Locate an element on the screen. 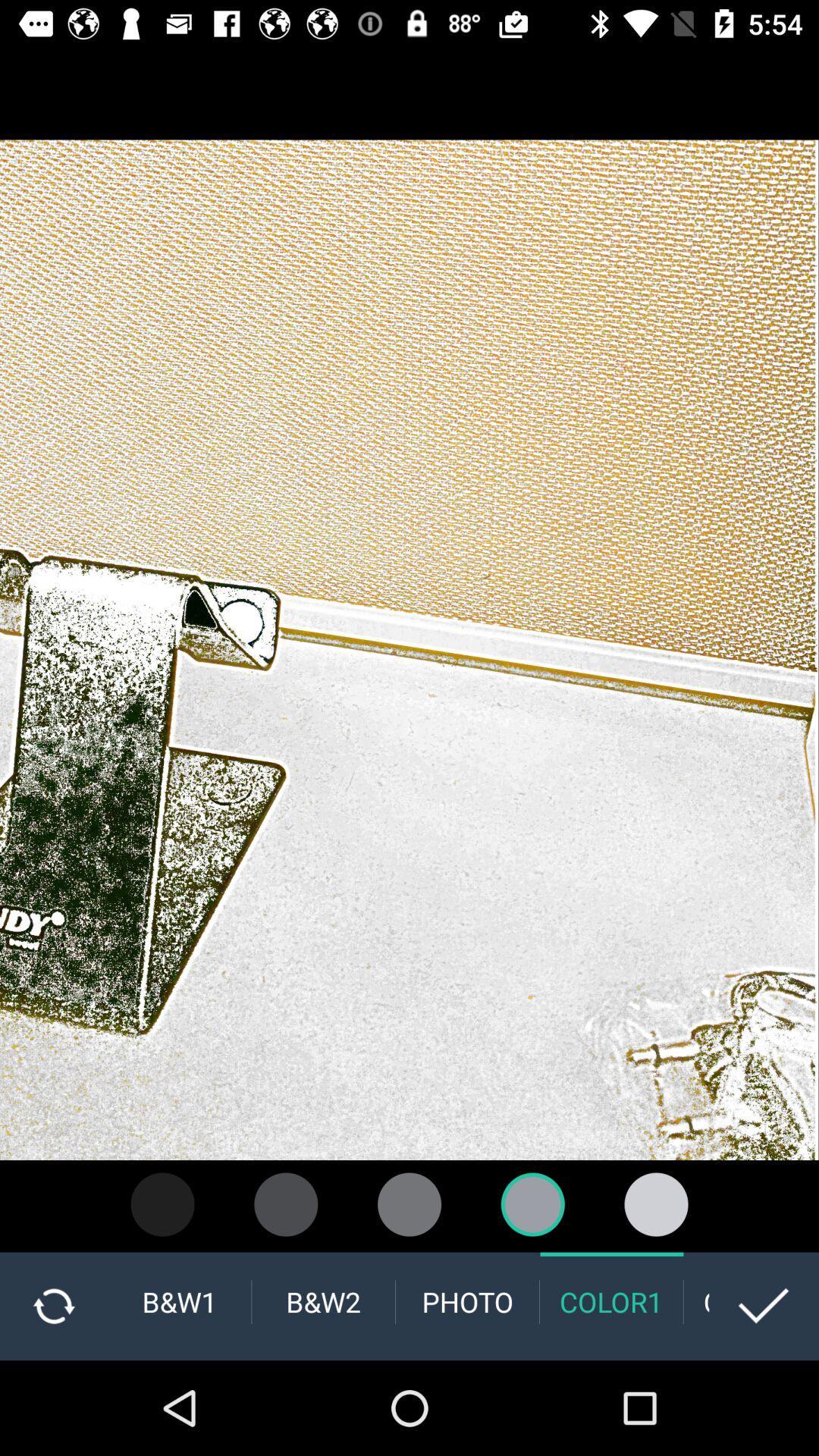 Image resolution: width=819 pixels, height=1456 pixels. the avatar icon is located at coordinates (162, 1203).